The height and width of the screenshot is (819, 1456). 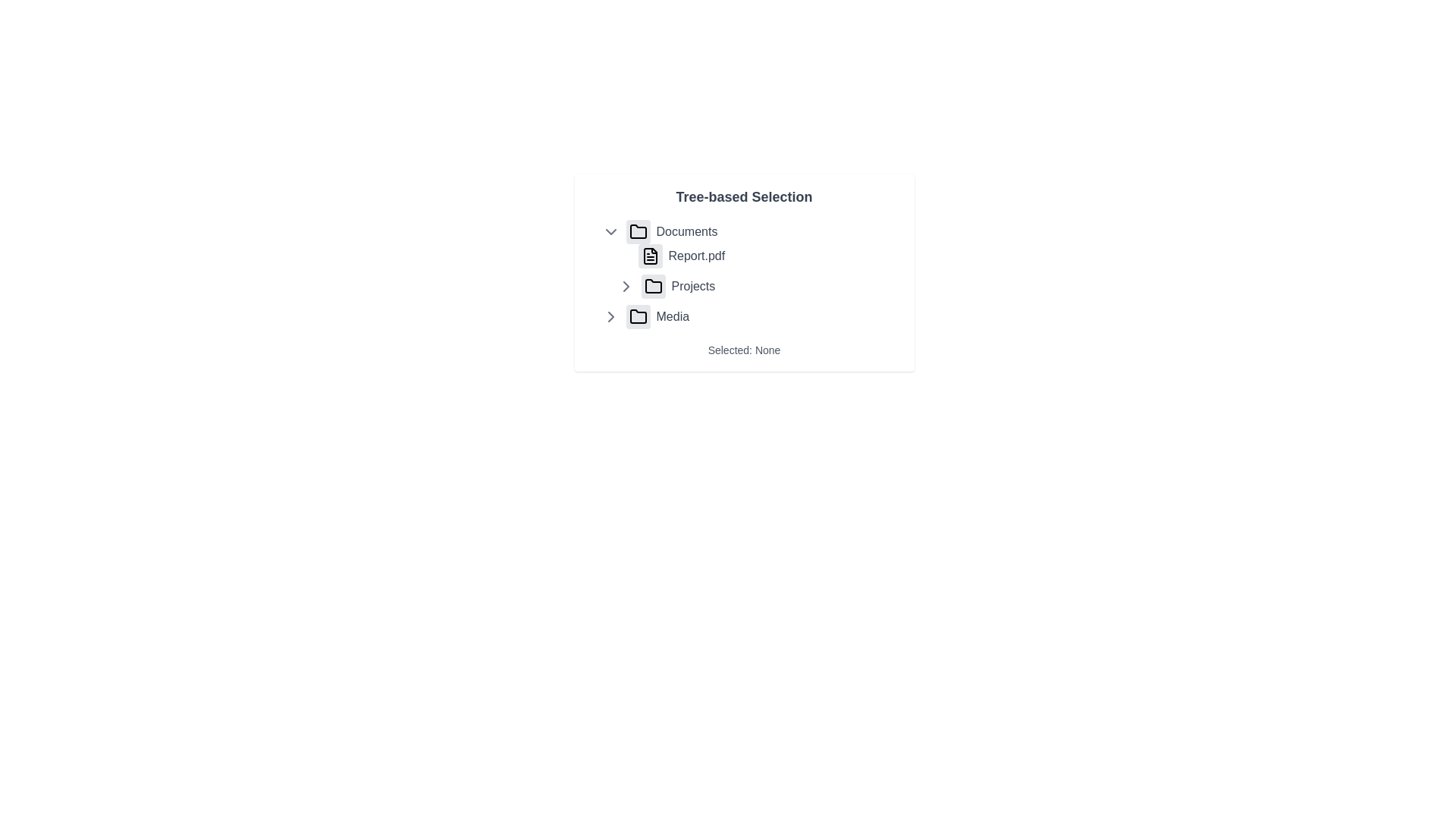 What do you see at coordinates (744, 350) in the screenshot?
I see `the text label displaying 'Selected: None', which is located at the base of the 'Tree-based Selection' card` at bounding box center [744, 350].